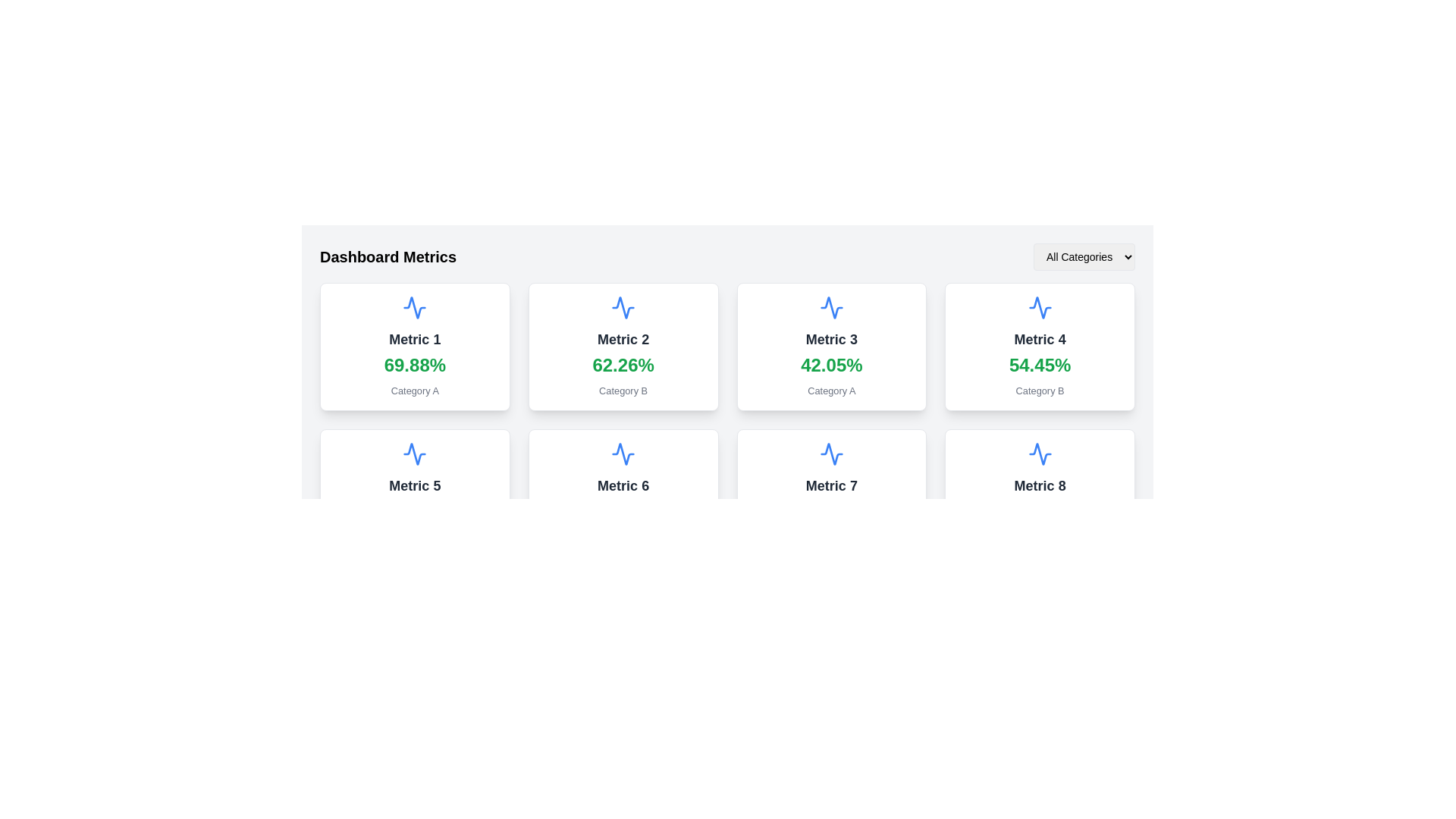 The image size is (1456, 819). What do you see at coordinates (1039, 307) in the screenshot?
I see `the graphical indicator icon for 'Metric 4' located in the second row, second column of the grid layout` at bounding box center [1039, 307].